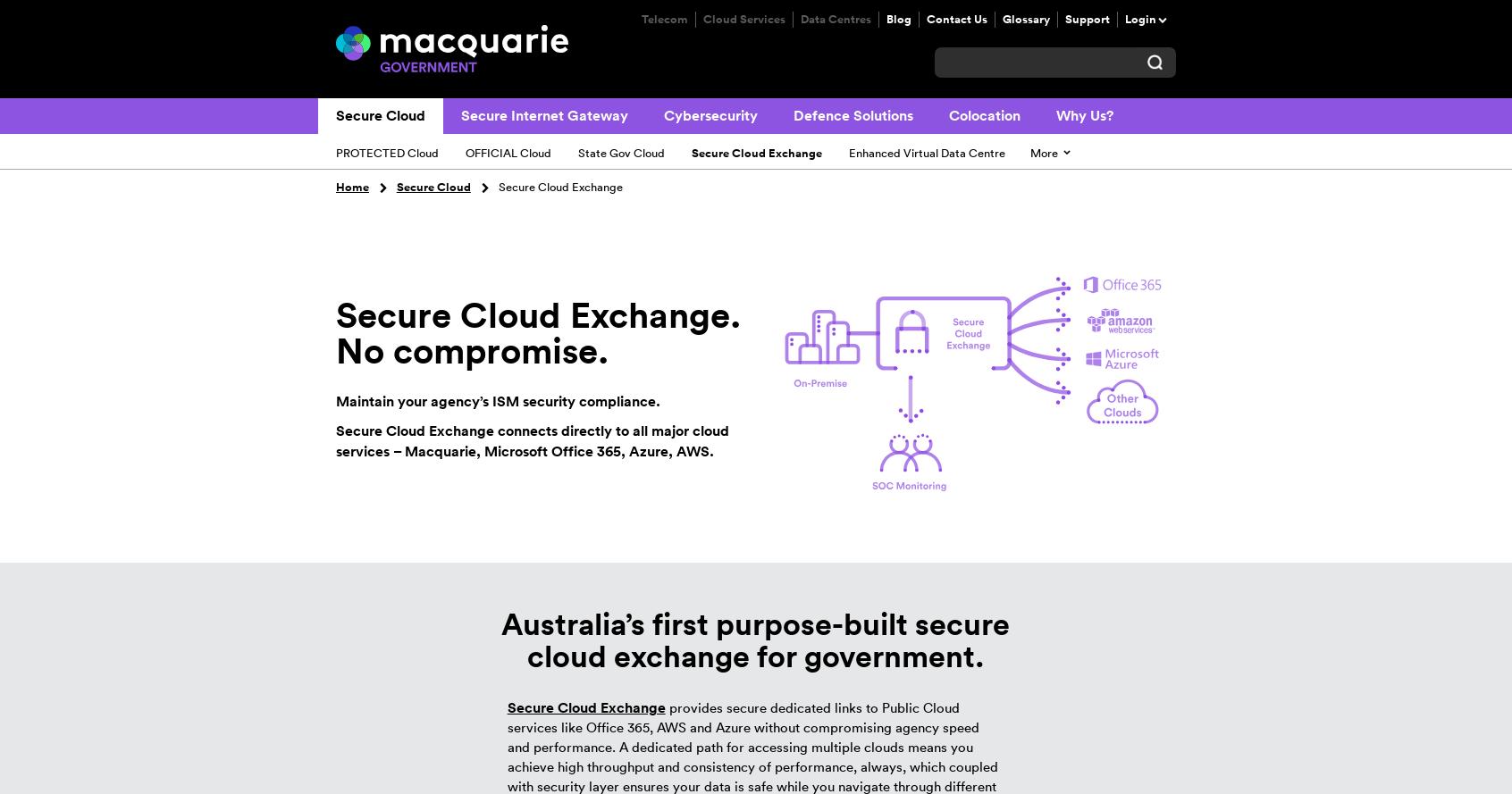 This screenshot has width=1512, height=794. What do you see at coordinates (352, 186) in the screenshot?
I see `'Home'` at bounding box center [352, 186].